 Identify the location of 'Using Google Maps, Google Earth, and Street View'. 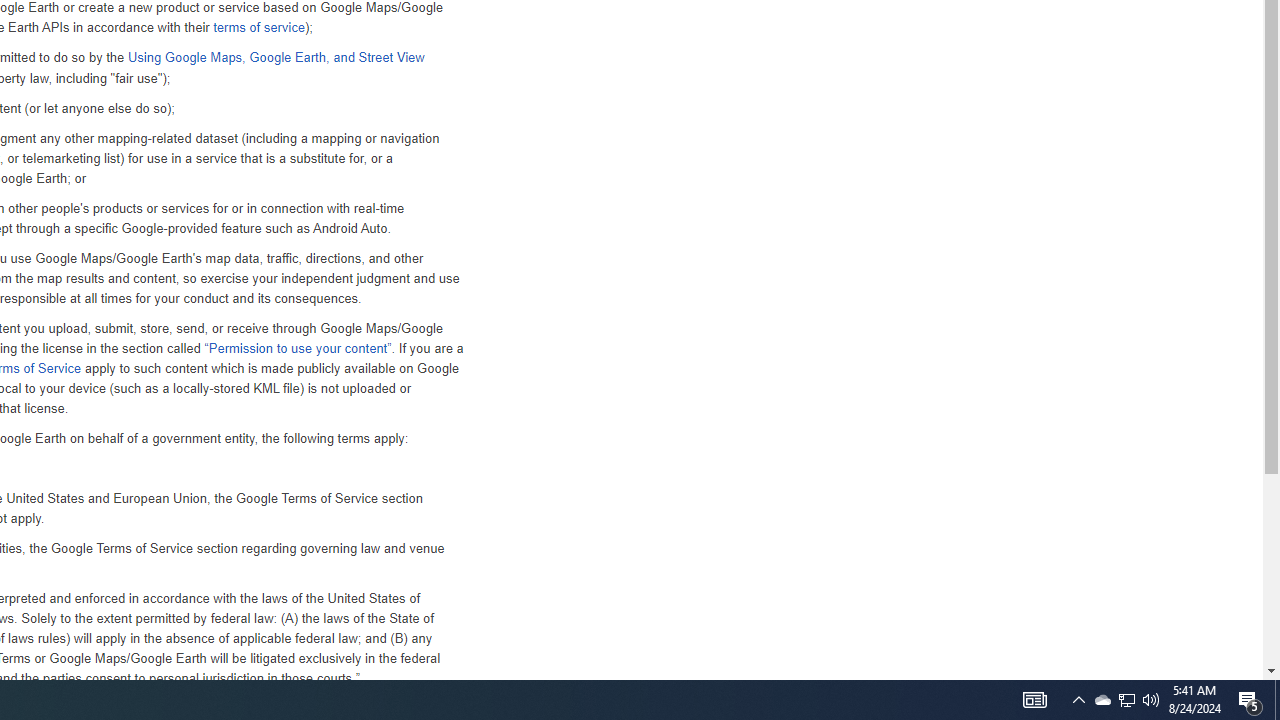
(274, 56).